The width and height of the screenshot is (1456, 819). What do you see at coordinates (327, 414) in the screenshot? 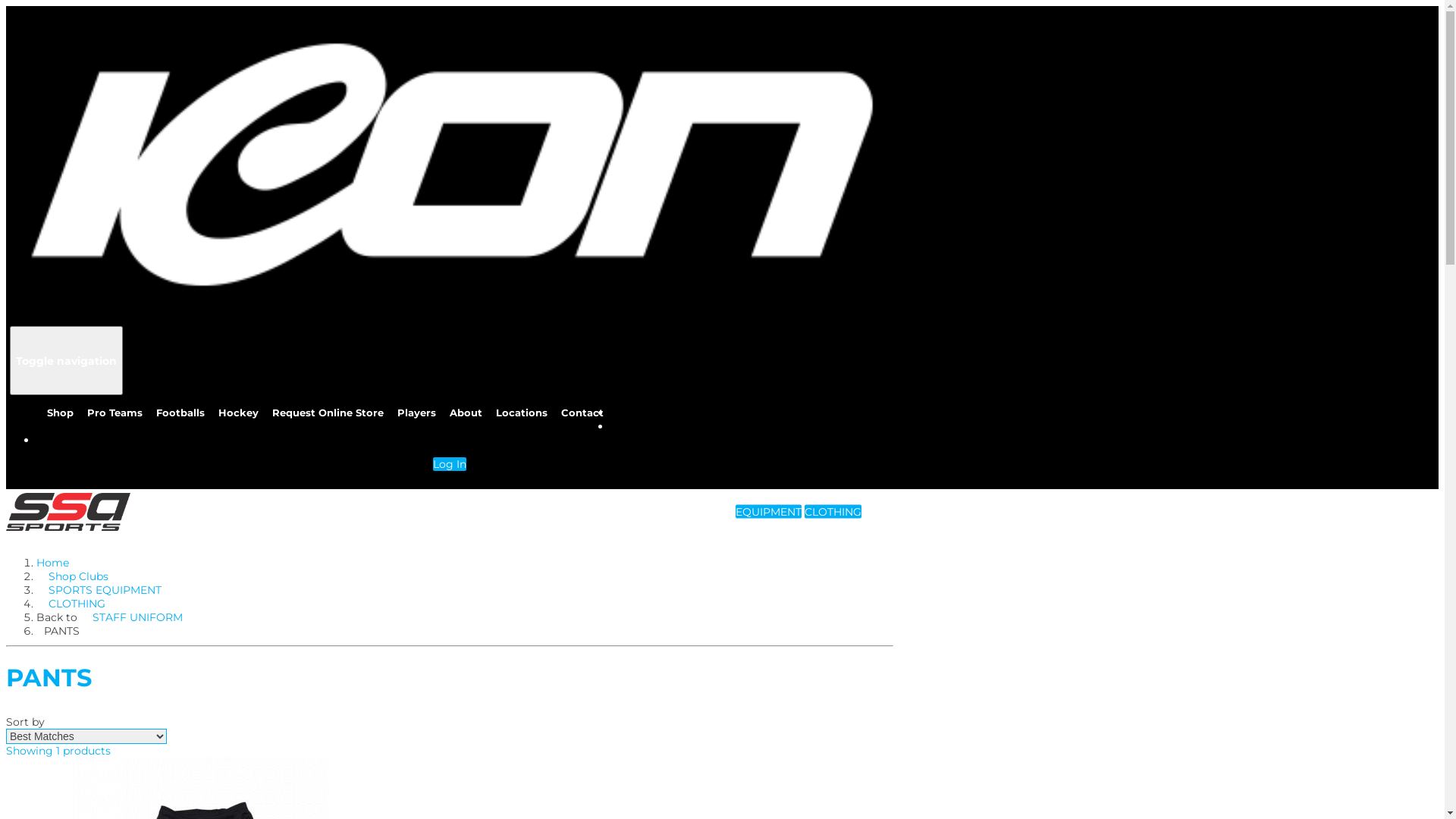
I see `'Request Online Store'` at bounding box center [327, 414].